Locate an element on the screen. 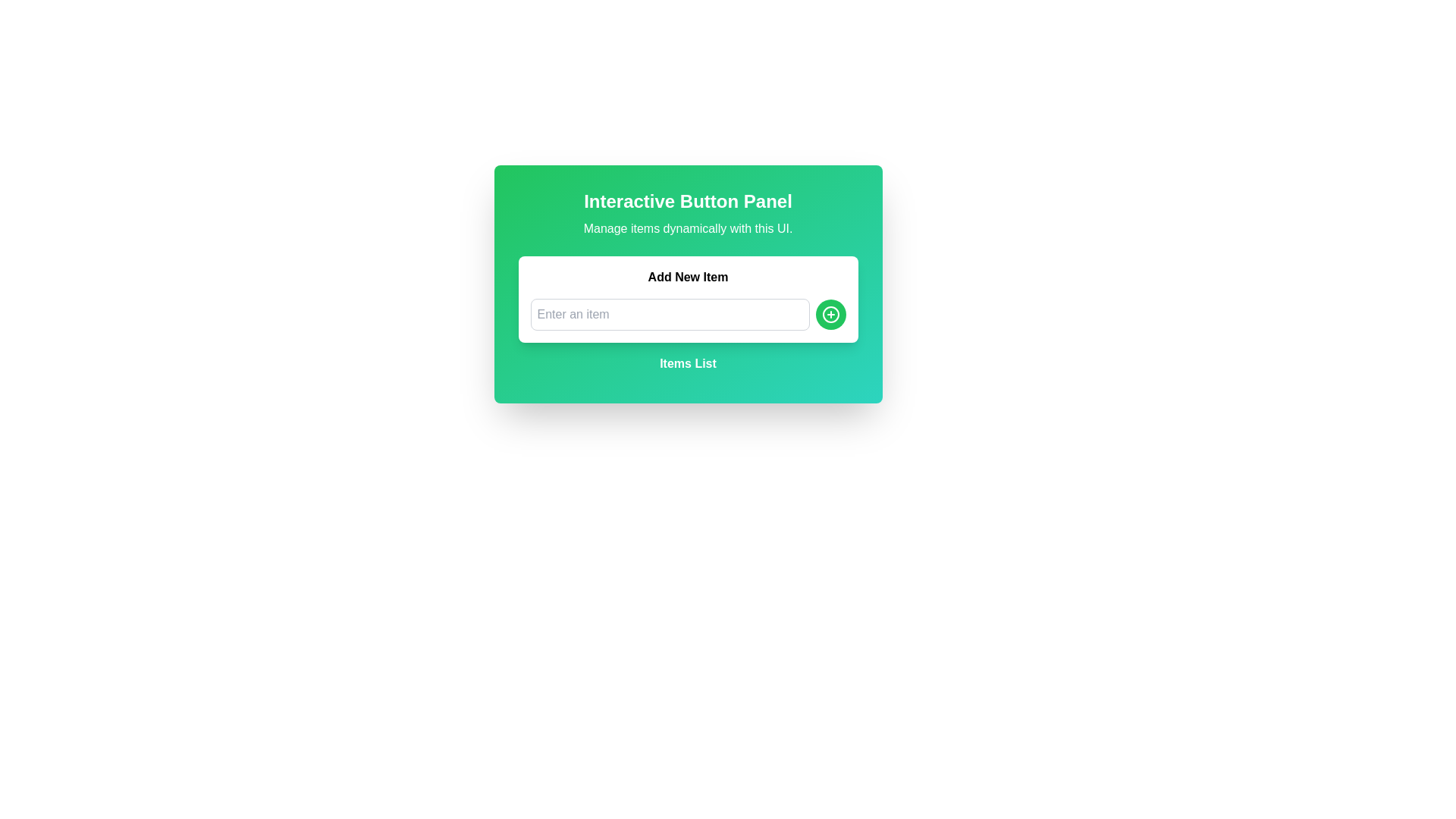 The height and width of the screenshot is (819, 1456). the text label that serves as a title for the content indicating the subsequent elements are related to an items list, positioned below the 'Add New Item' section and input field is located at coordinates (687, 363).